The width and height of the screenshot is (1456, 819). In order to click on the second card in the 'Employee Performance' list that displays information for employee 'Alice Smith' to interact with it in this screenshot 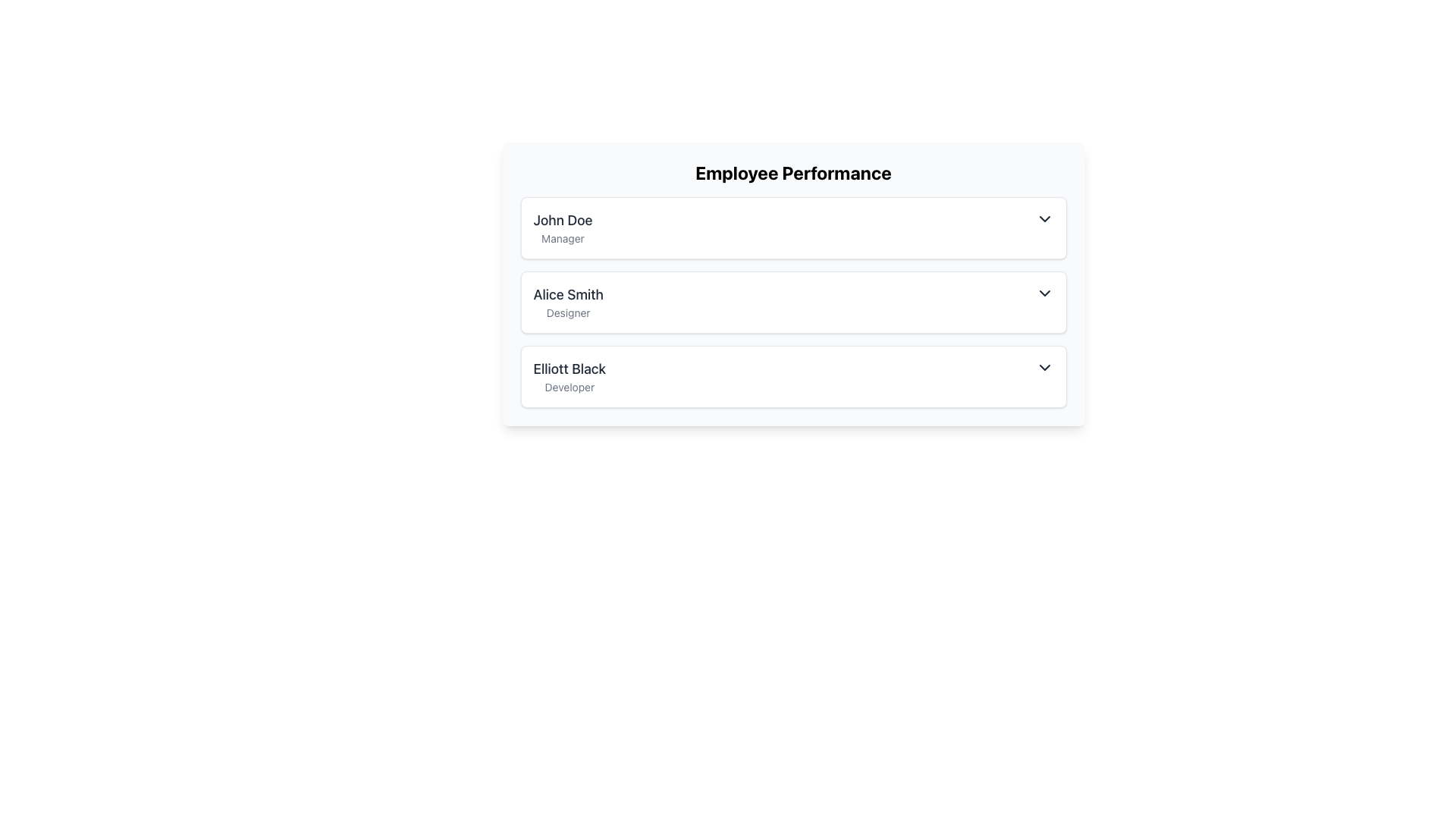, I will do `click(792, 284)`.